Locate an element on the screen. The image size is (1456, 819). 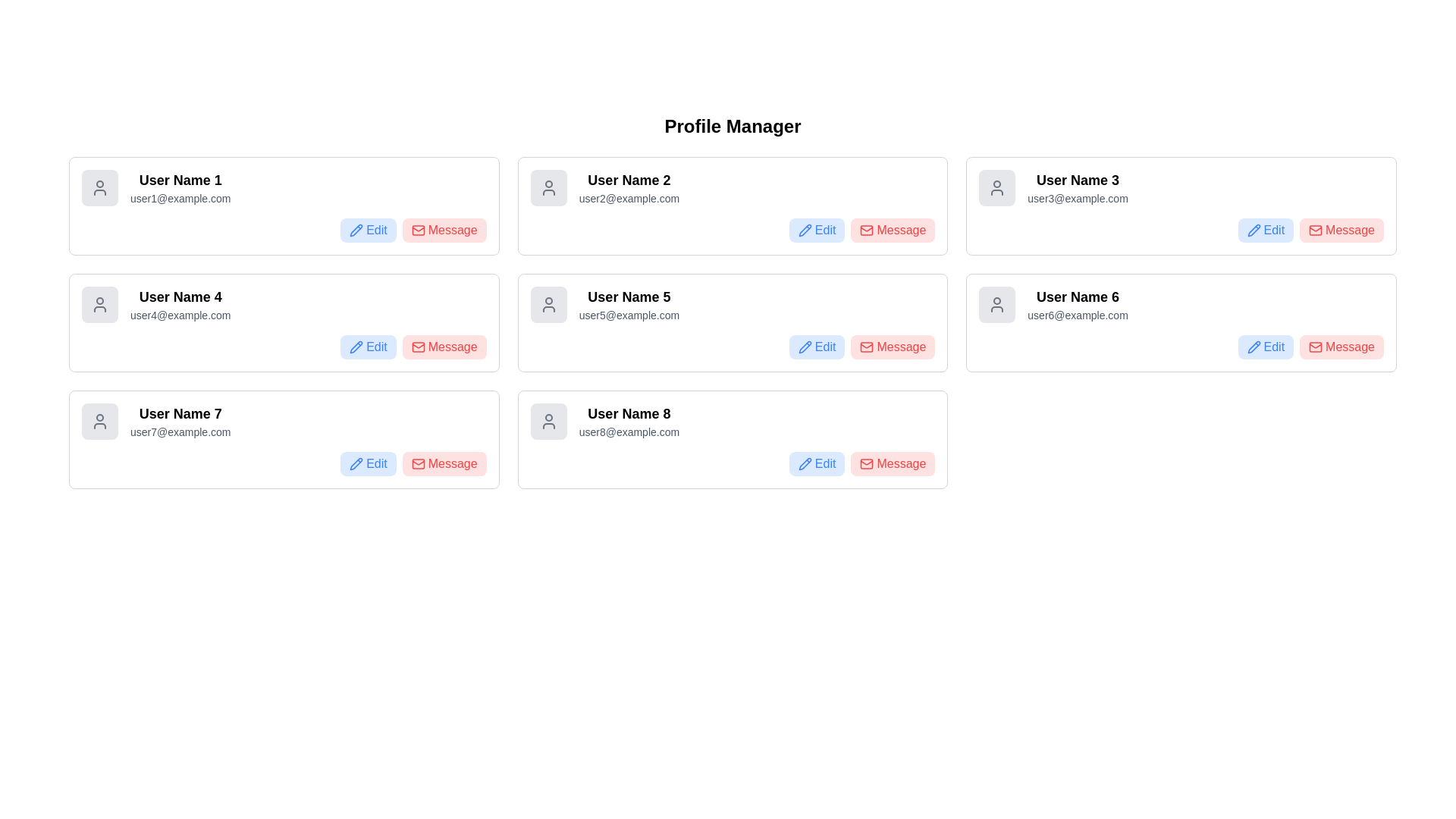
the 'Edit' button with a light blue background and blue text, located to the left of the 'Message' button for 'User Name 4', to initiate editing is located at coordinates (368, 347).